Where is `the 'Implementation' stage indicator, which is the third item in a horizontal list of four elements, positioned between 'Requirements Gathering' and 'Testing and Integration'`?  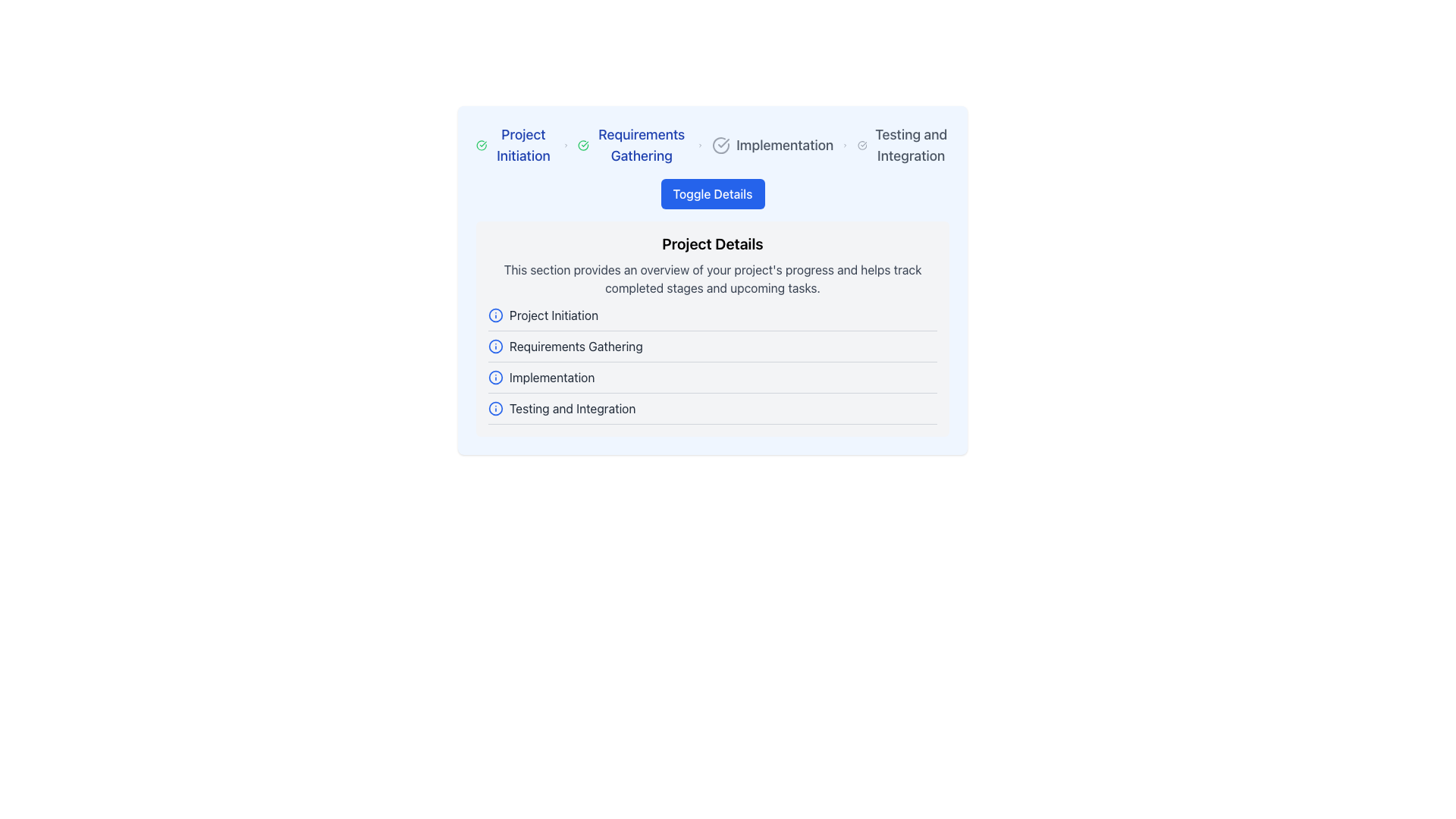
the 'Implementation' stage indicator, which is the third item in a horizontal list of four elements, positioned between 'Requirements Gathering' and 'Testing and Integration' is located at coordinates (773, 146).